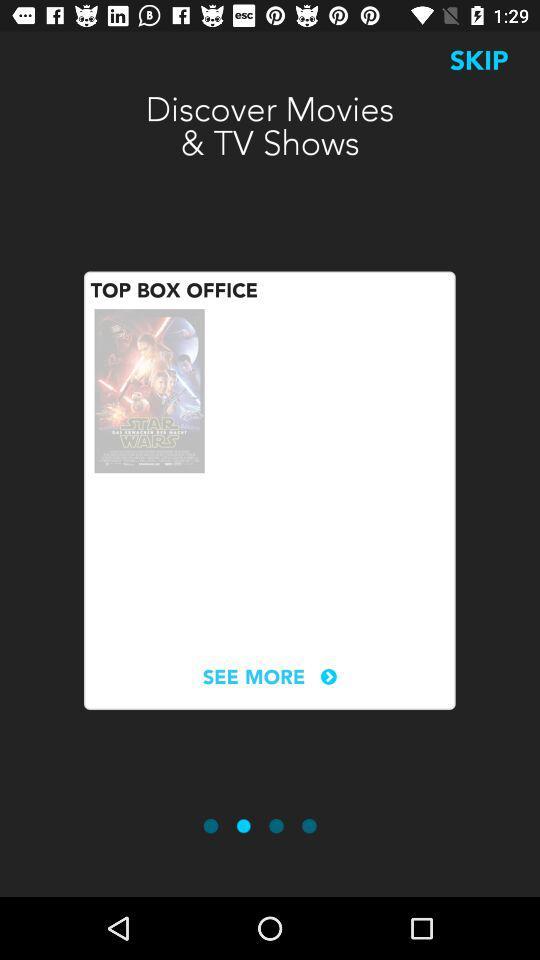 This screenshot has height=960, width=540. I want to click on the icon next to discover movies tv icon, so click(478, 59).